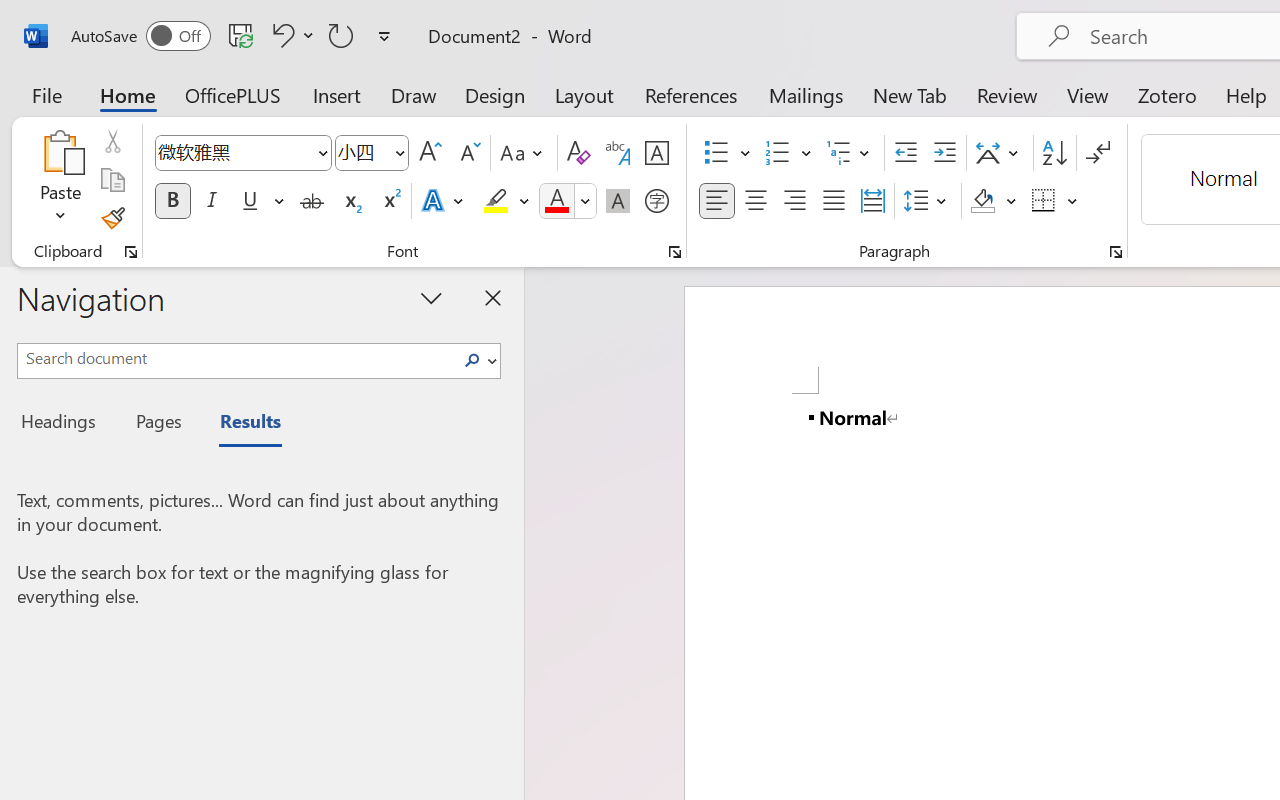 This screenshot has height=800, width=1280. Describe the element at coordinates (384, 35) in the screenshot. I see `'Customize Quick Access Toolbar'` at that location.